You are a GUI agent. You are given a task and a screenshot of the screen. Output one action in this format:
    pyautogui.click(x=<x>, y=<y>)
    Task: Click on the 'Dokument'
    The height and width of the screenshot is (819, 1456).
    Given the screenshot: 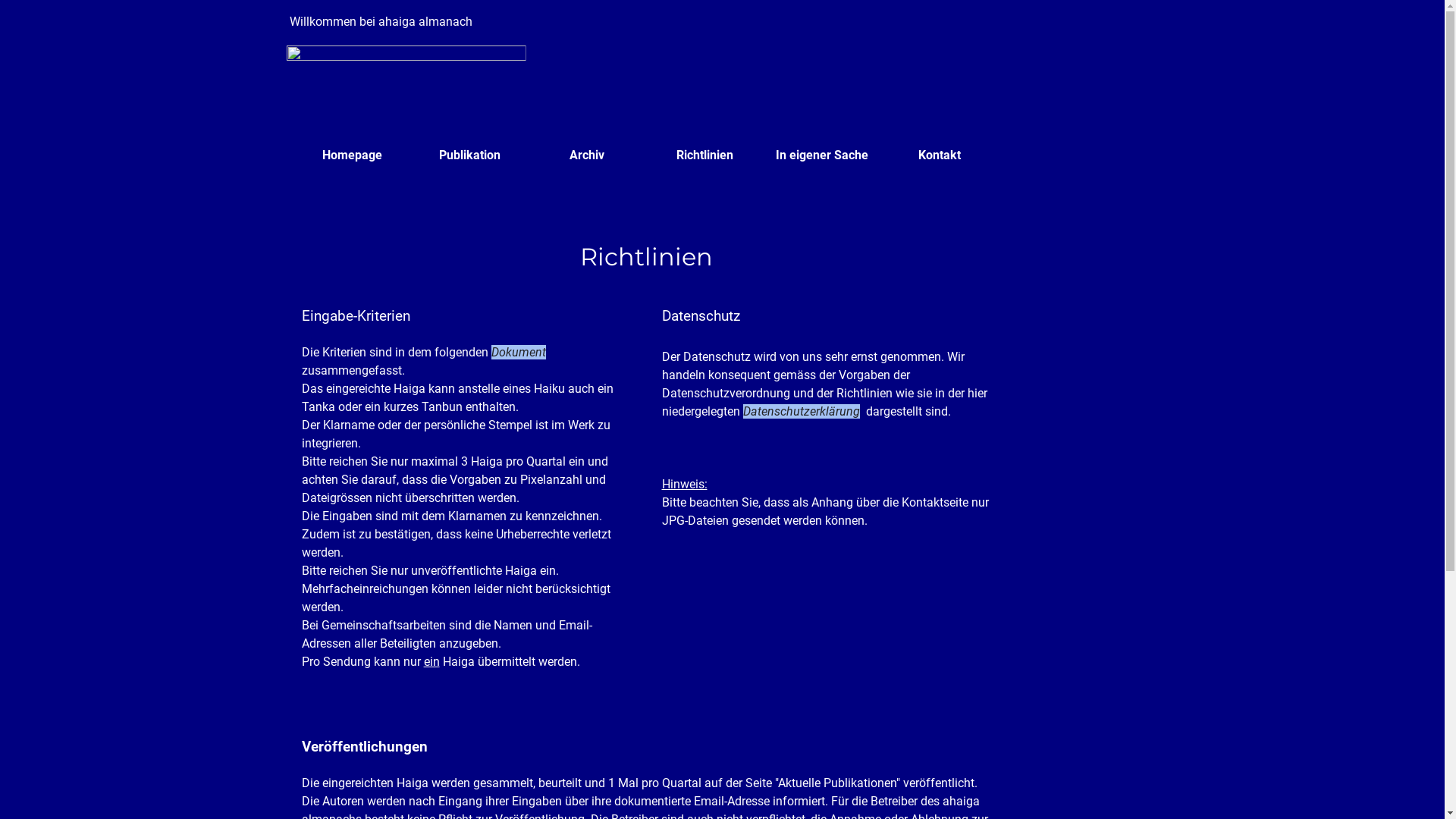 What is the action you would take?
    pyautogui.click(x=519, y=352)
    